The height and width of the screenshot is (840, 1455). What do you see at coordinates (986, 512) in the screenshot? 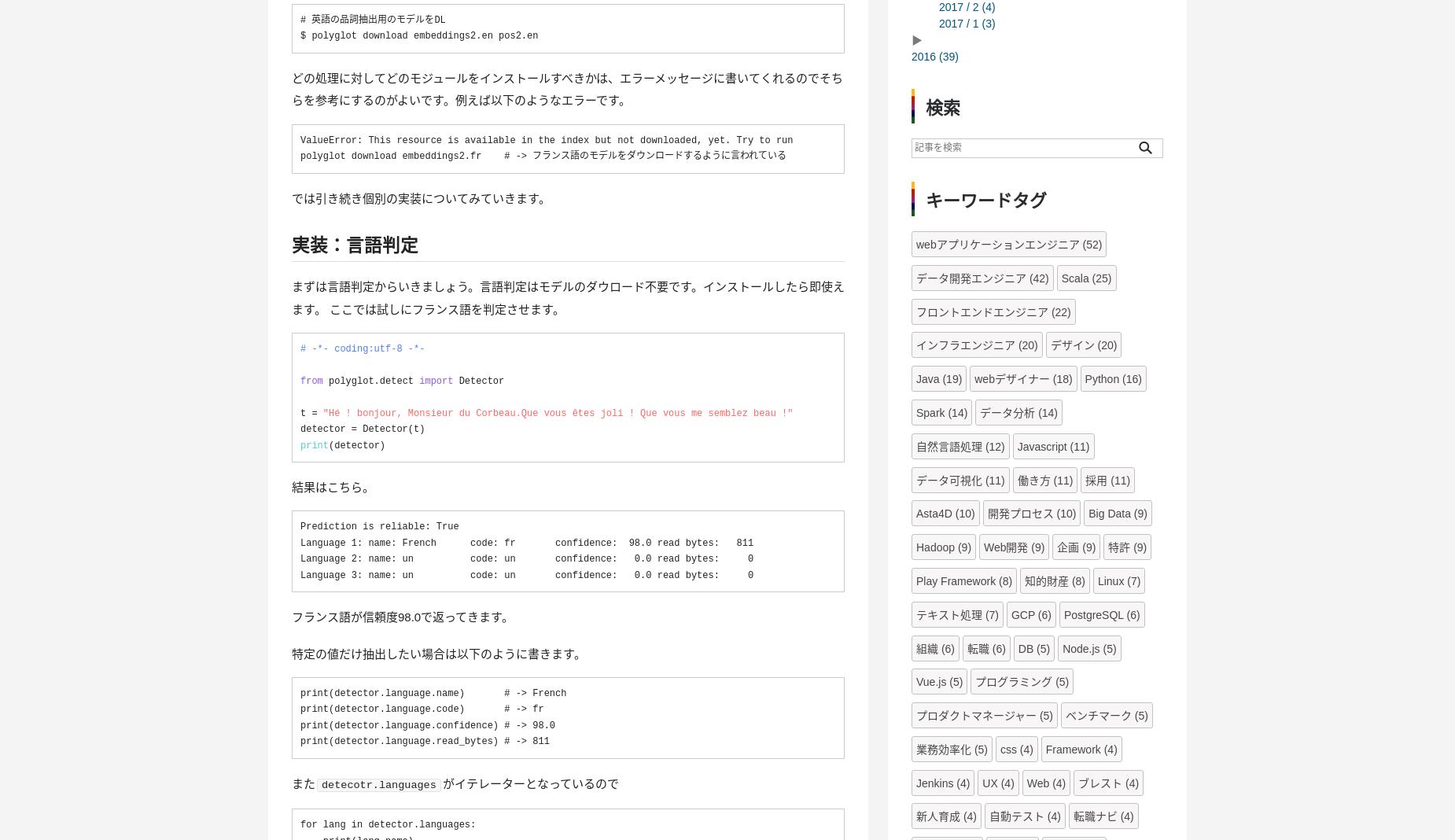
I see `'開発プロセス (10)'` at bounding box center [986, 512].